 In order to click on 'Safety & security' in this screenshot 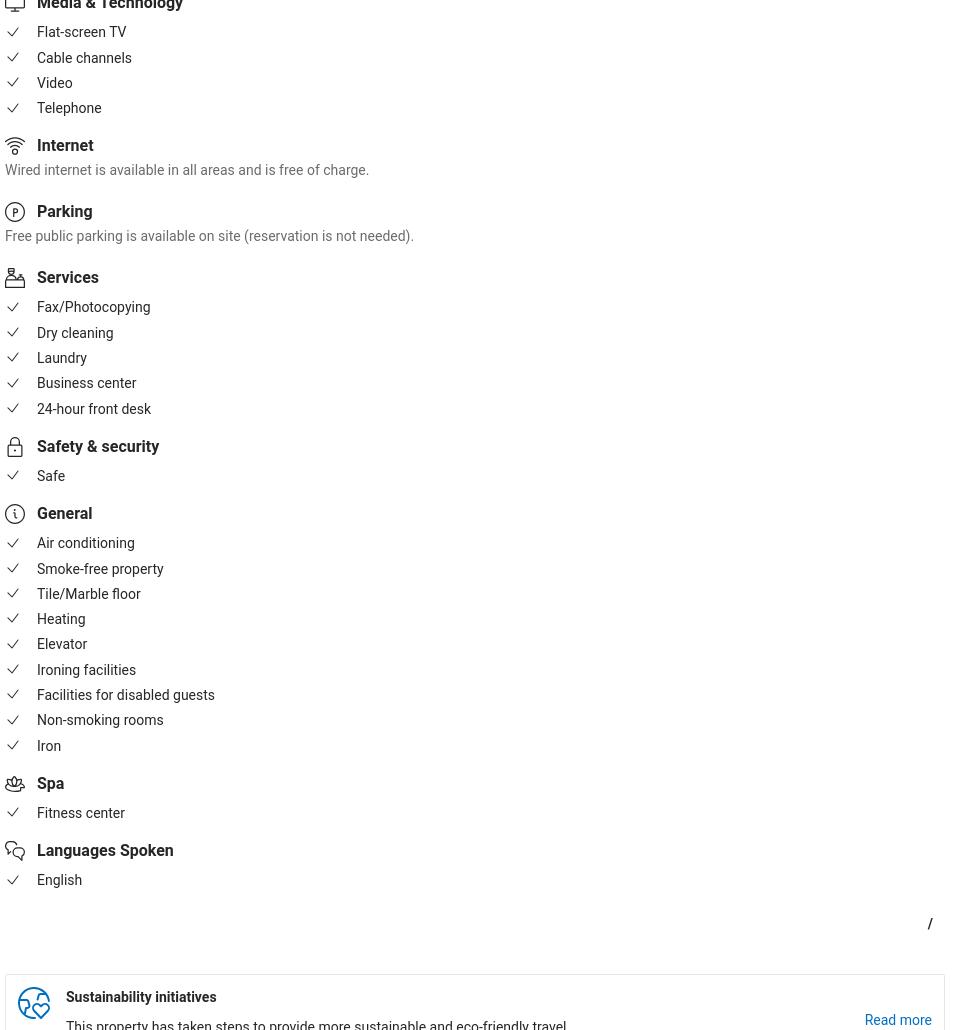, I will do `click(96, 444)`.